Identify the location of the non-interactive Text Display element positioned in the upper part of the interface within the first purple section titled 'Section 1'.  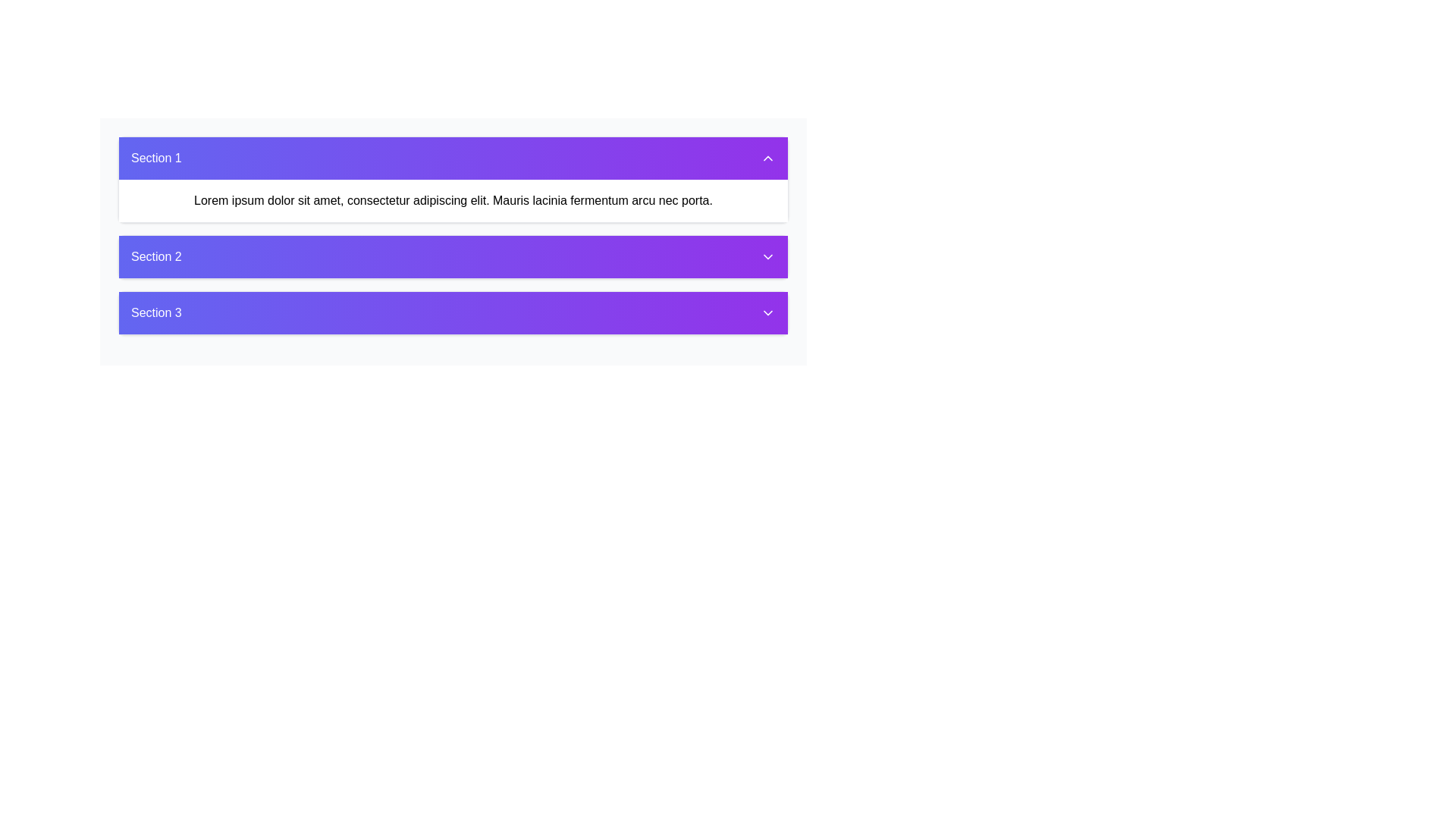
(453, 200).